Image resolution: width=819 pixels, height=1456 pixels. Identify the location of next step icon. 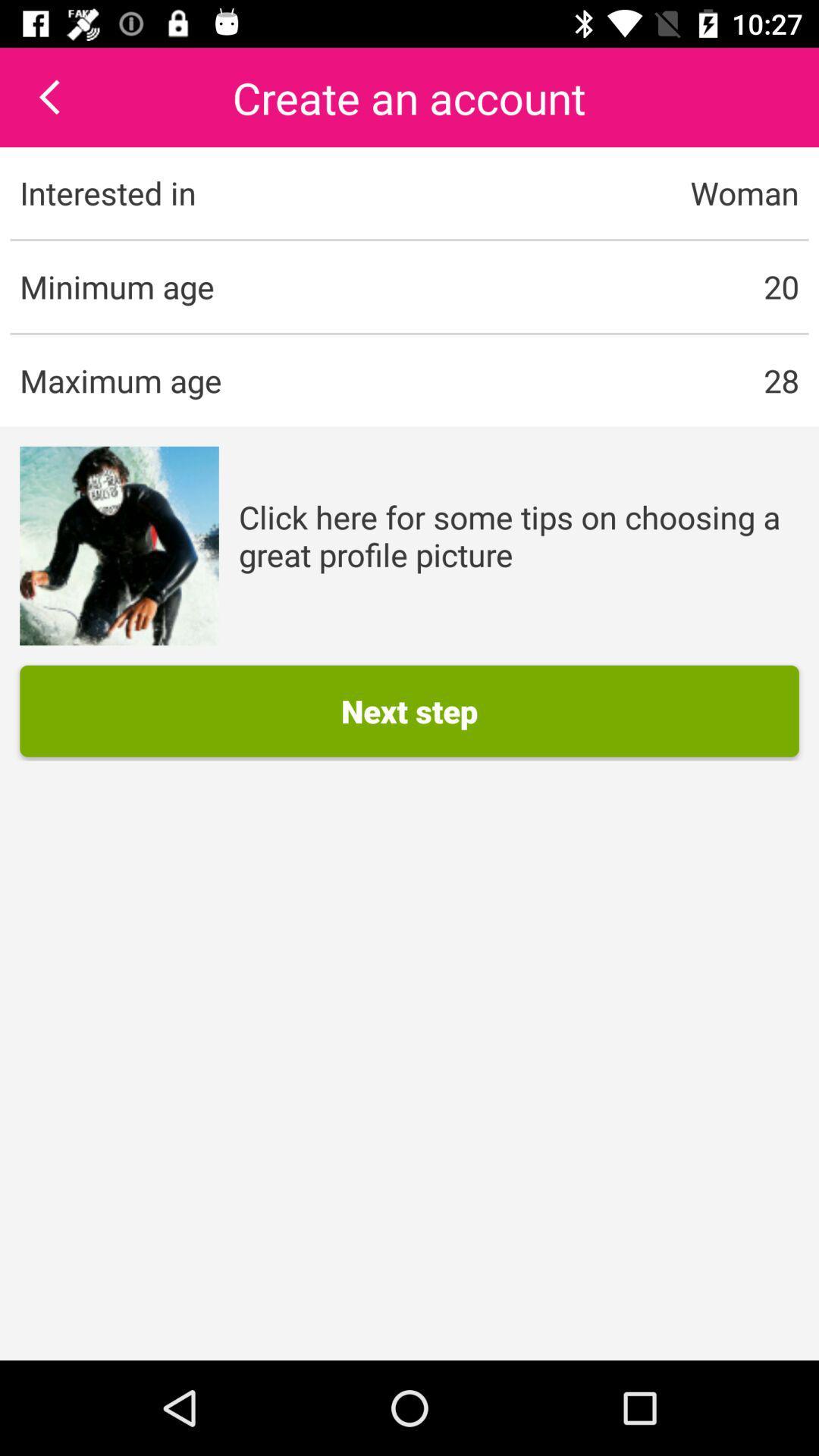
(409, 710).